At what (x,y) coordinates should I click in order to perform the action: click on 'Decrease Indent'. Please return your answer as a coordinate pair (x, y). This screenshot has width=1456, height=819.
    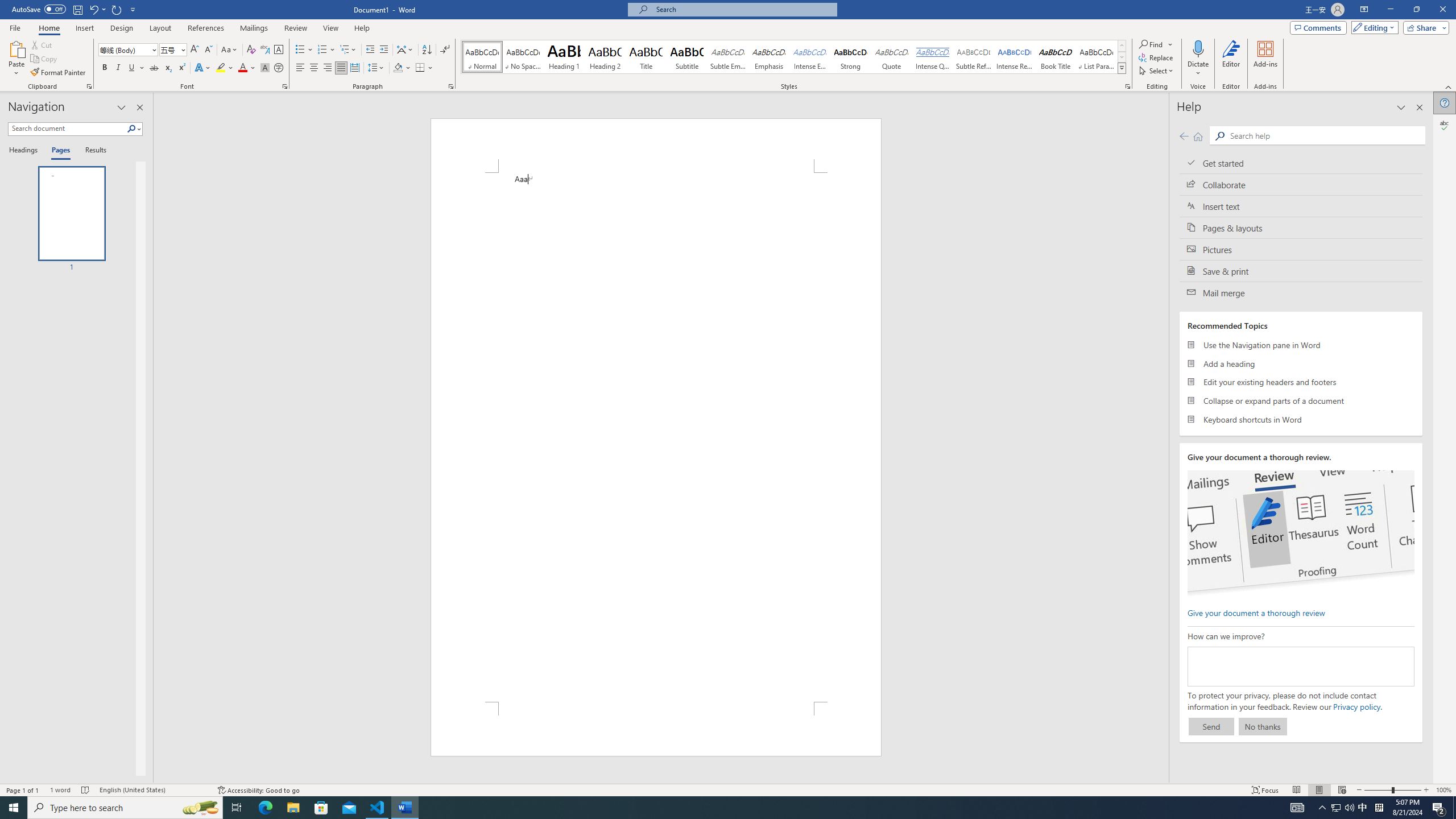
    Looking at the image, I should click on (370, 49).